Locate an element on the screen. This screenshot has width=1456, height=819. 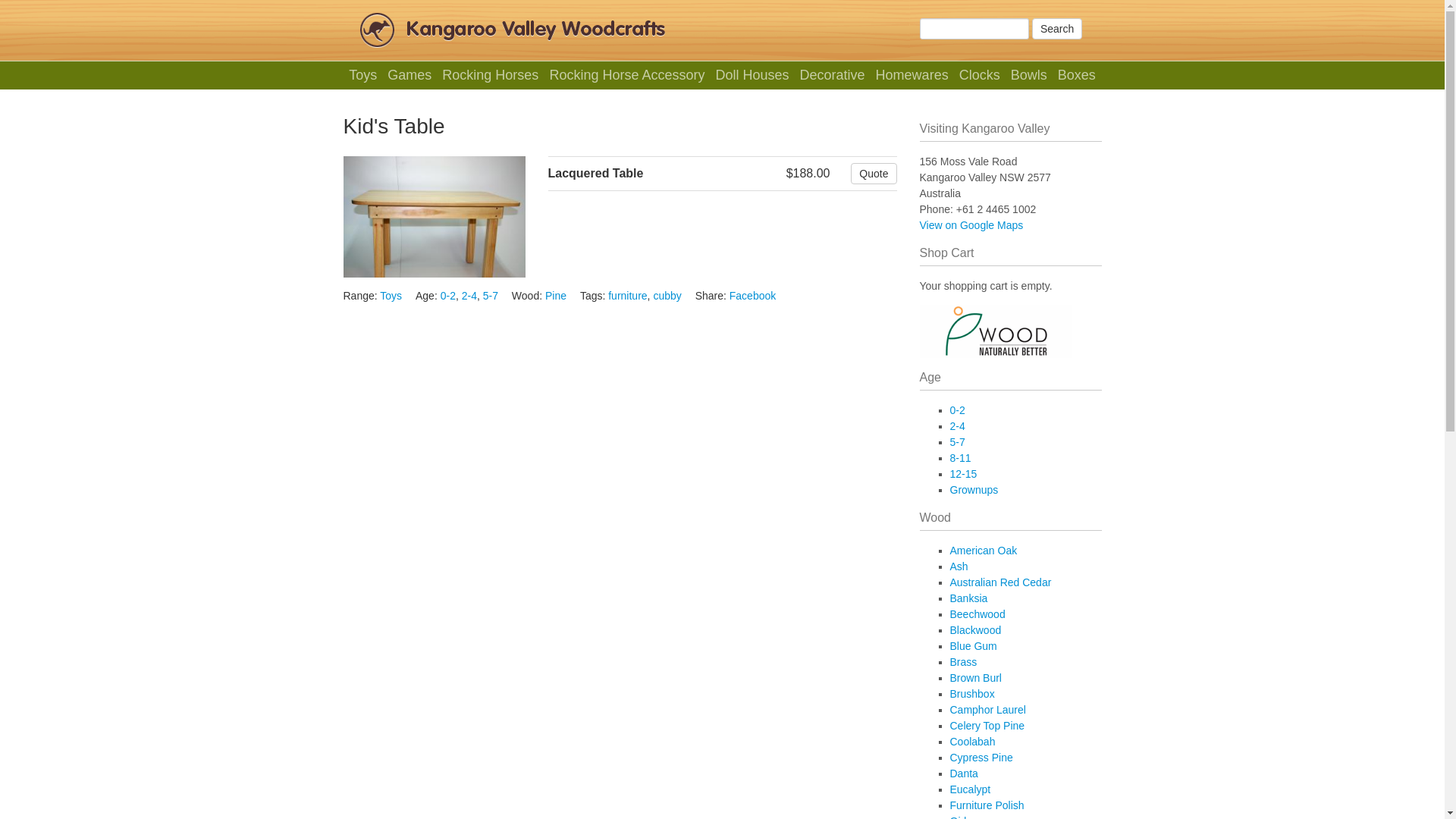
'Furniture Polish' is located at coordinates (986, 804).